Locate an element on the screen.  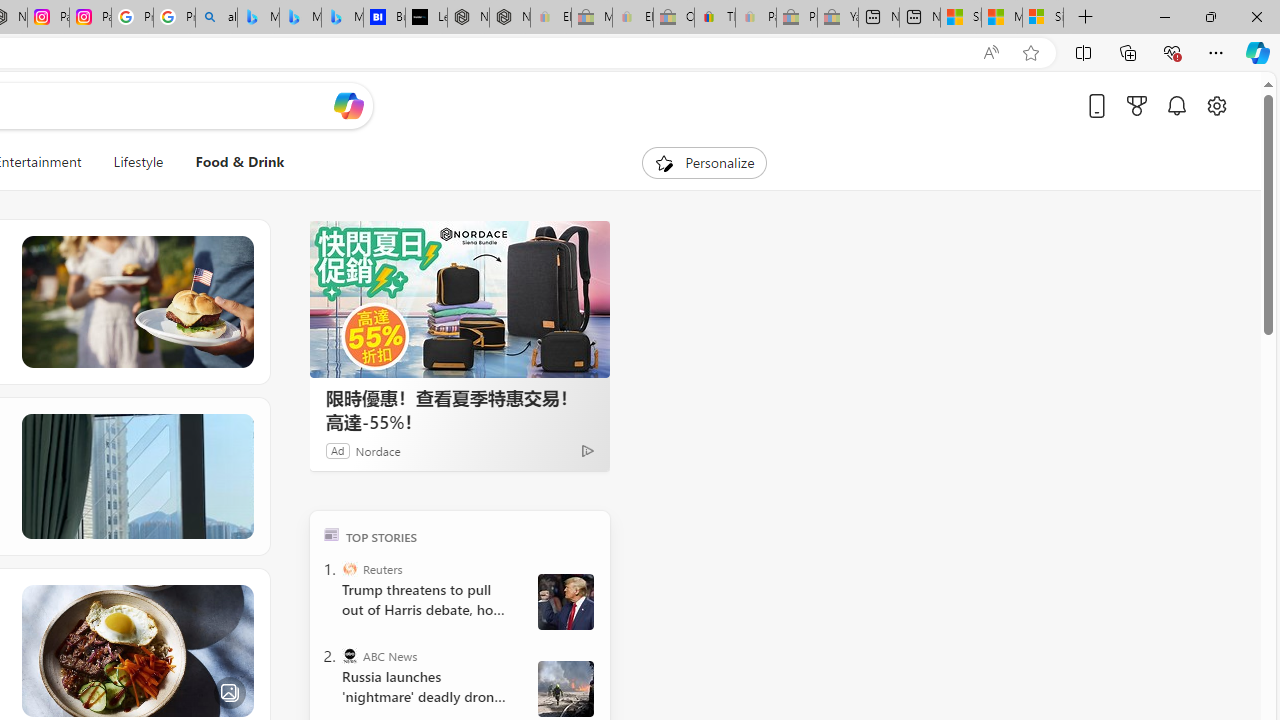
'Personalize' is located at coordinates (704, 162).